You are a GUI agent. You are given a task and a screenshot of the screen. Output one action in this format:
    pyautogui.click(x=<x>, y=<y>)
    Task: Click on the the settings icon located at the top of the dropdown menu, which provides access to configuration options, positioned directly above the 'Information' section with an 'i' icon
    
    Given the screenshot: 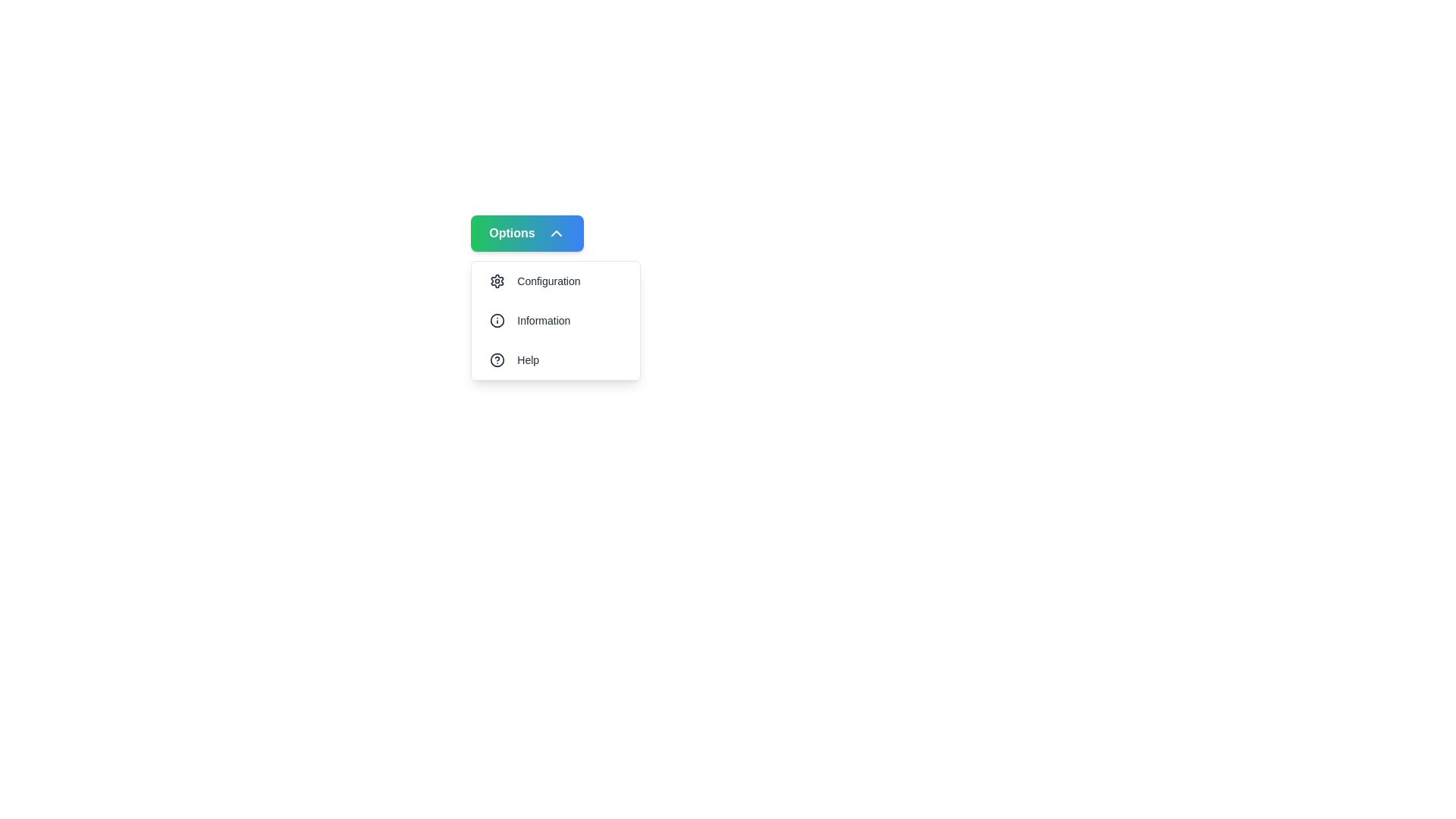 What is the action you would take?
    pyautogui.click(x=497, y=281)
    